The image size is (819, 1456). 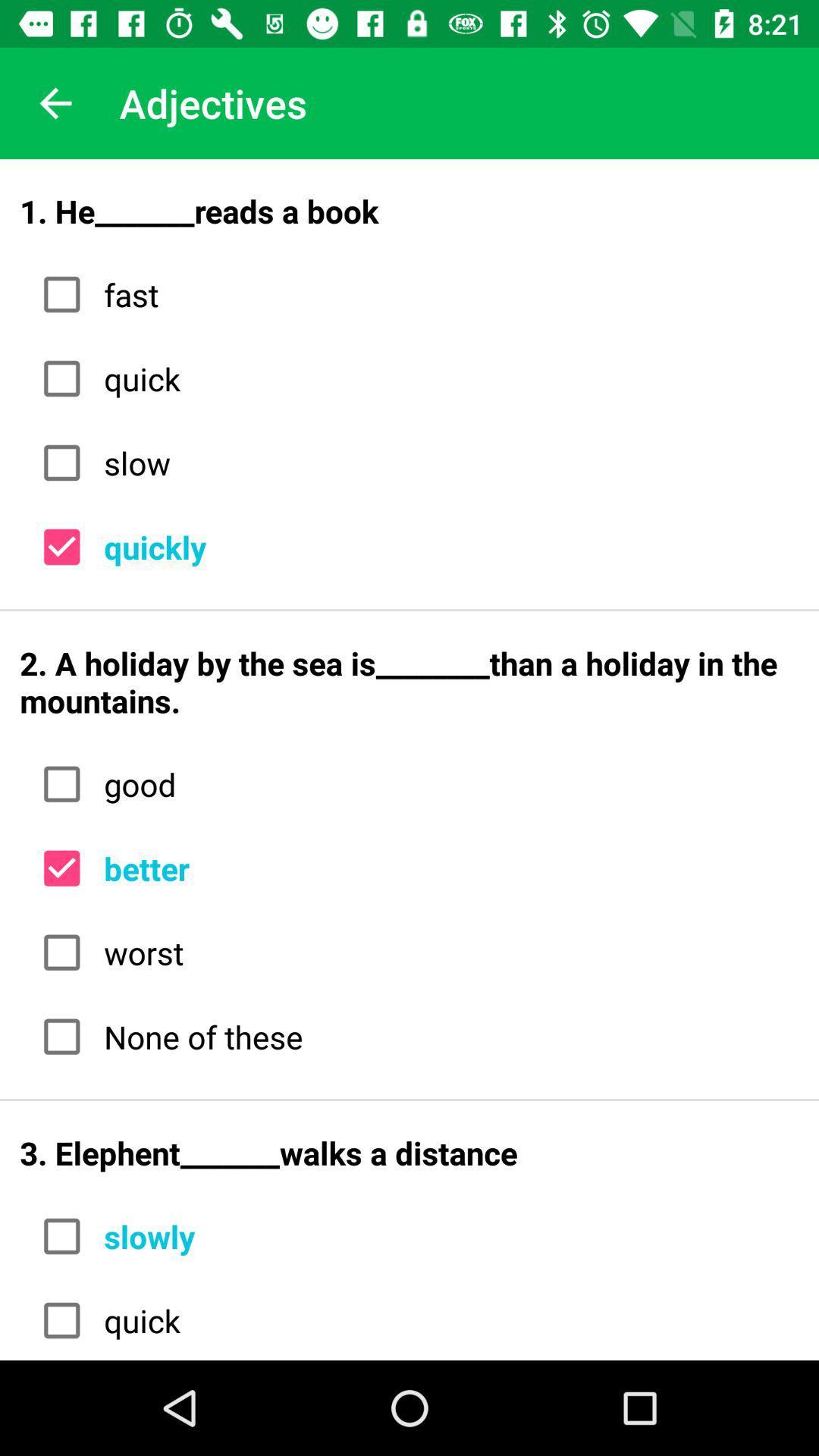 I want to click on the slow, so click(x=445, y=462).